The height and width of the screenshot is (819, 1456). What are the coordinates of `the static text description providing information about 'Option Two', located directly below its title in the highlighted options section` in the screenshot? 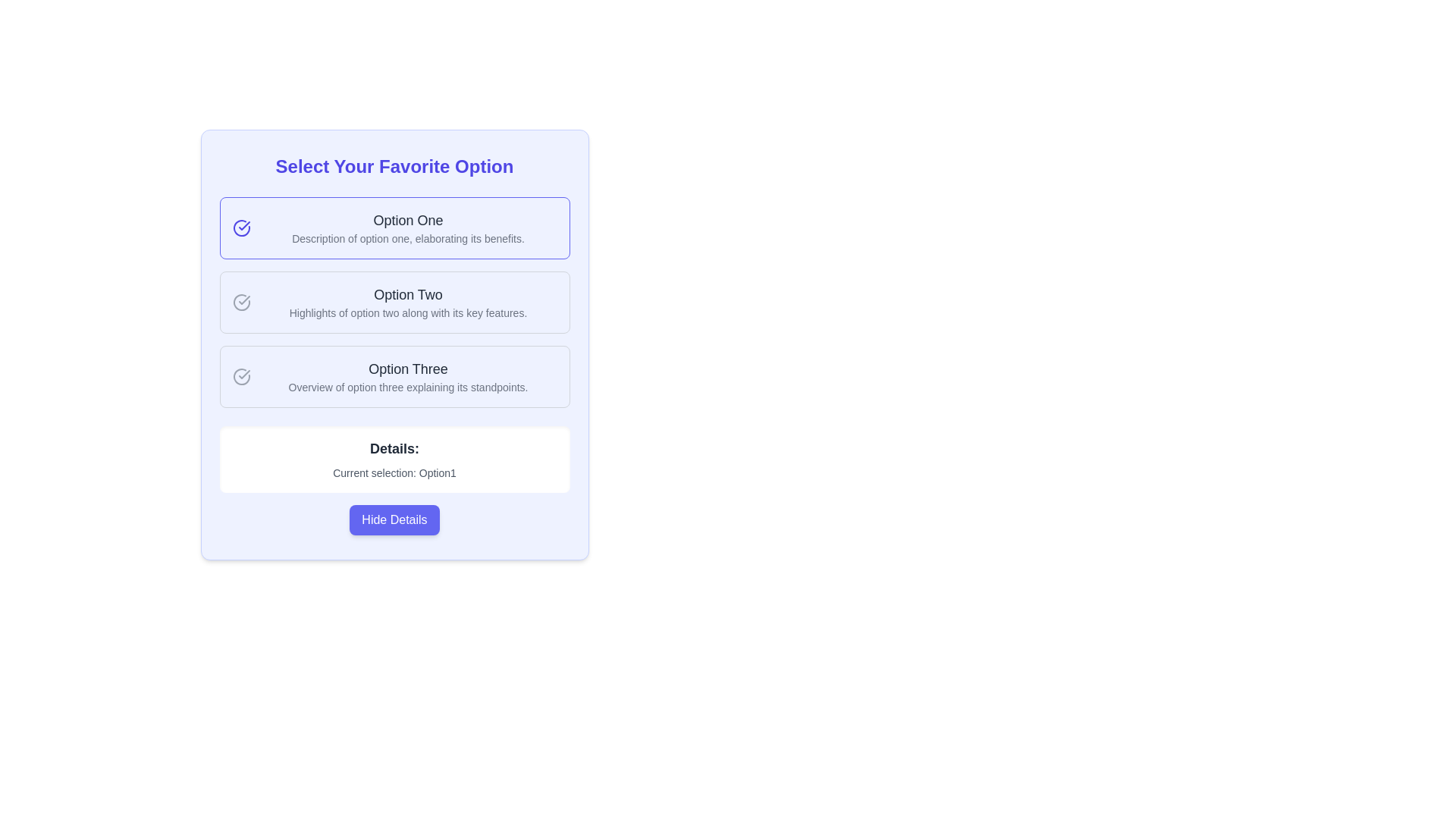 It's located at (408, 312).